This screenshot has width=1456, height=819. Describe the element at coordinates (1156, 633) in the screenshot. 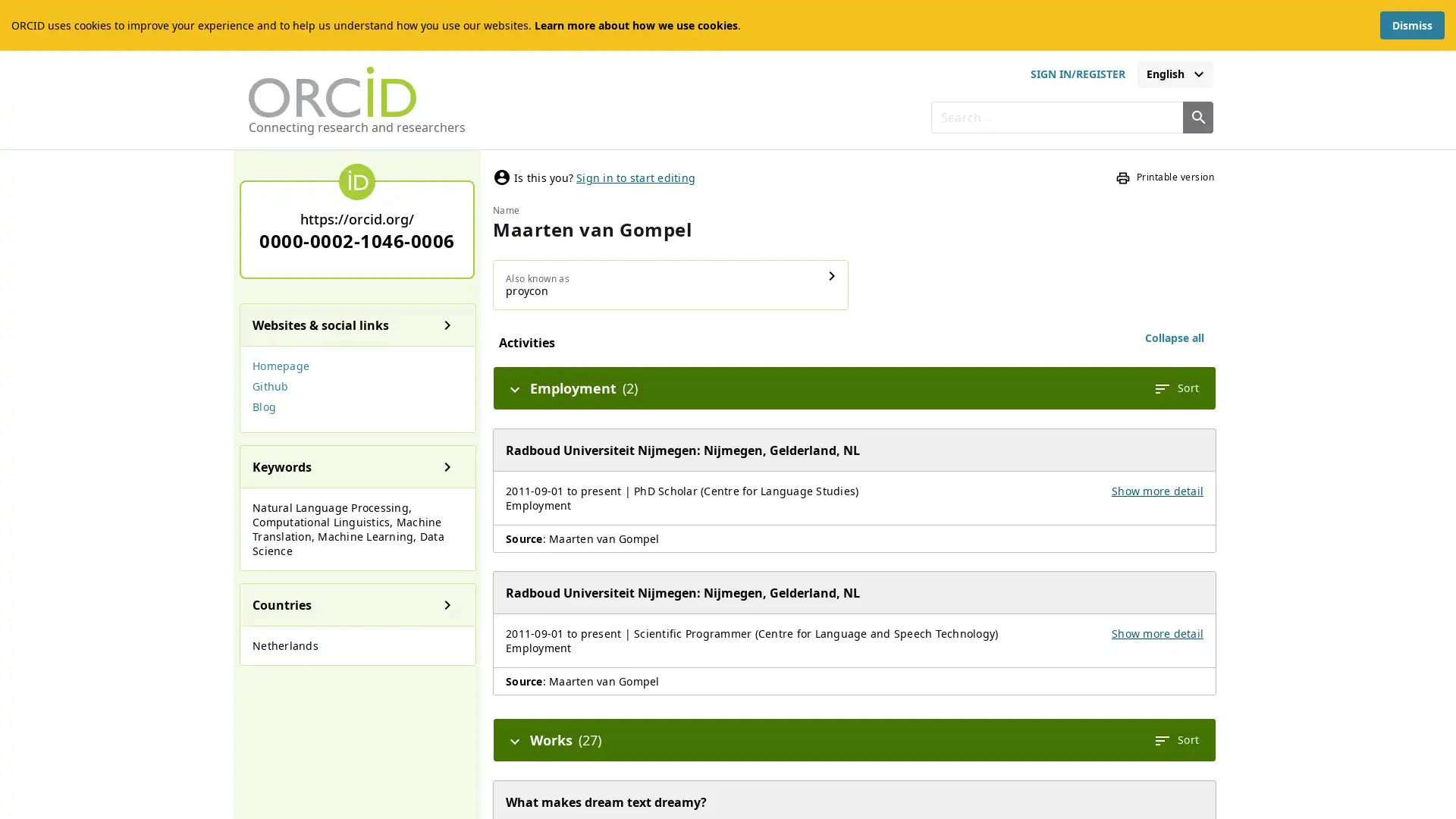

I see `Show more detail` at that location.